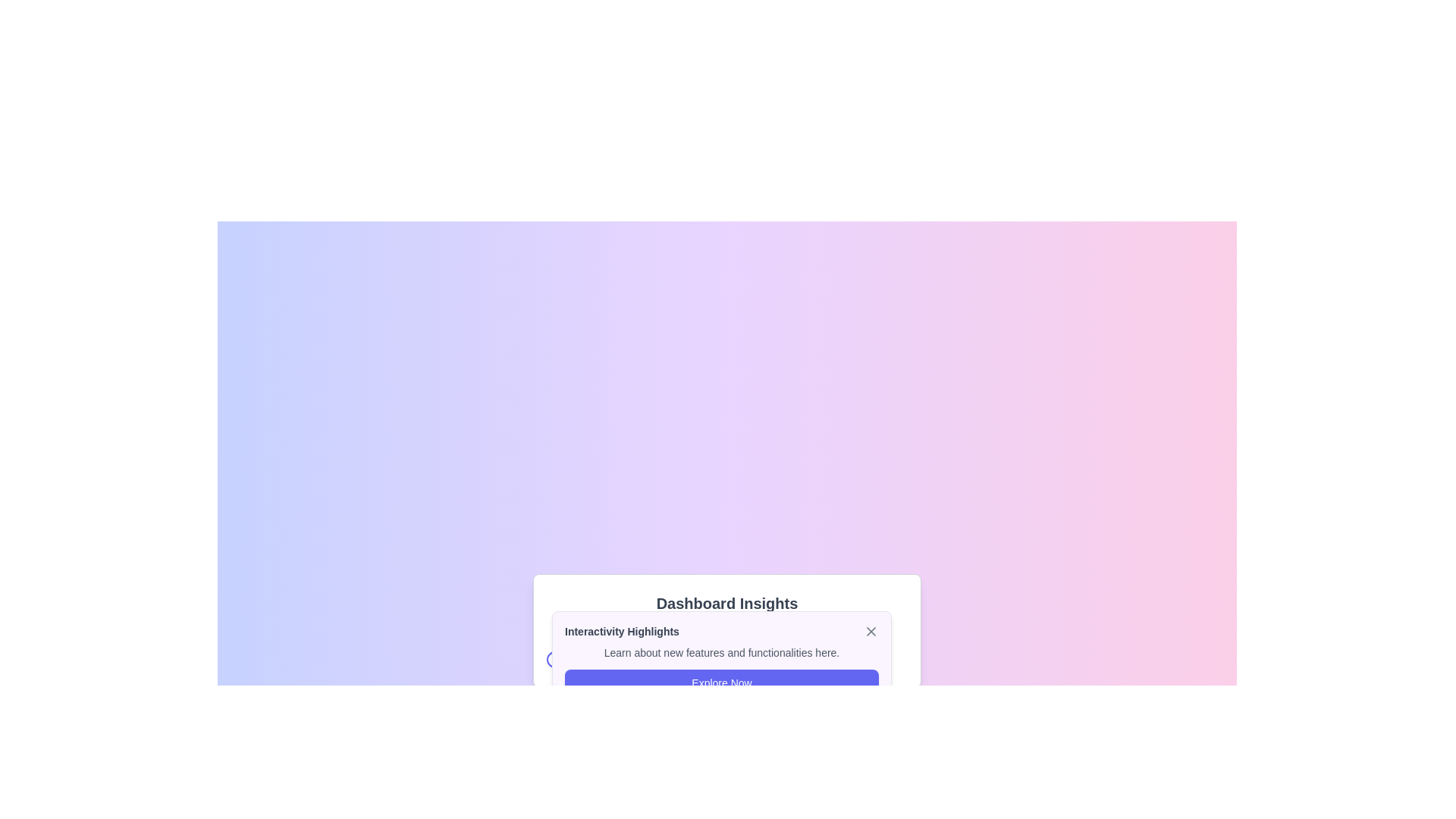 This screenshot has height=819, width=1456. Describe the element at coordinates (720, 651) in the screenshot. I see `the informational text label within the 'Interactivity Highlights' popup, located directly below the main title and above the 'Explore Now' button` at that location.